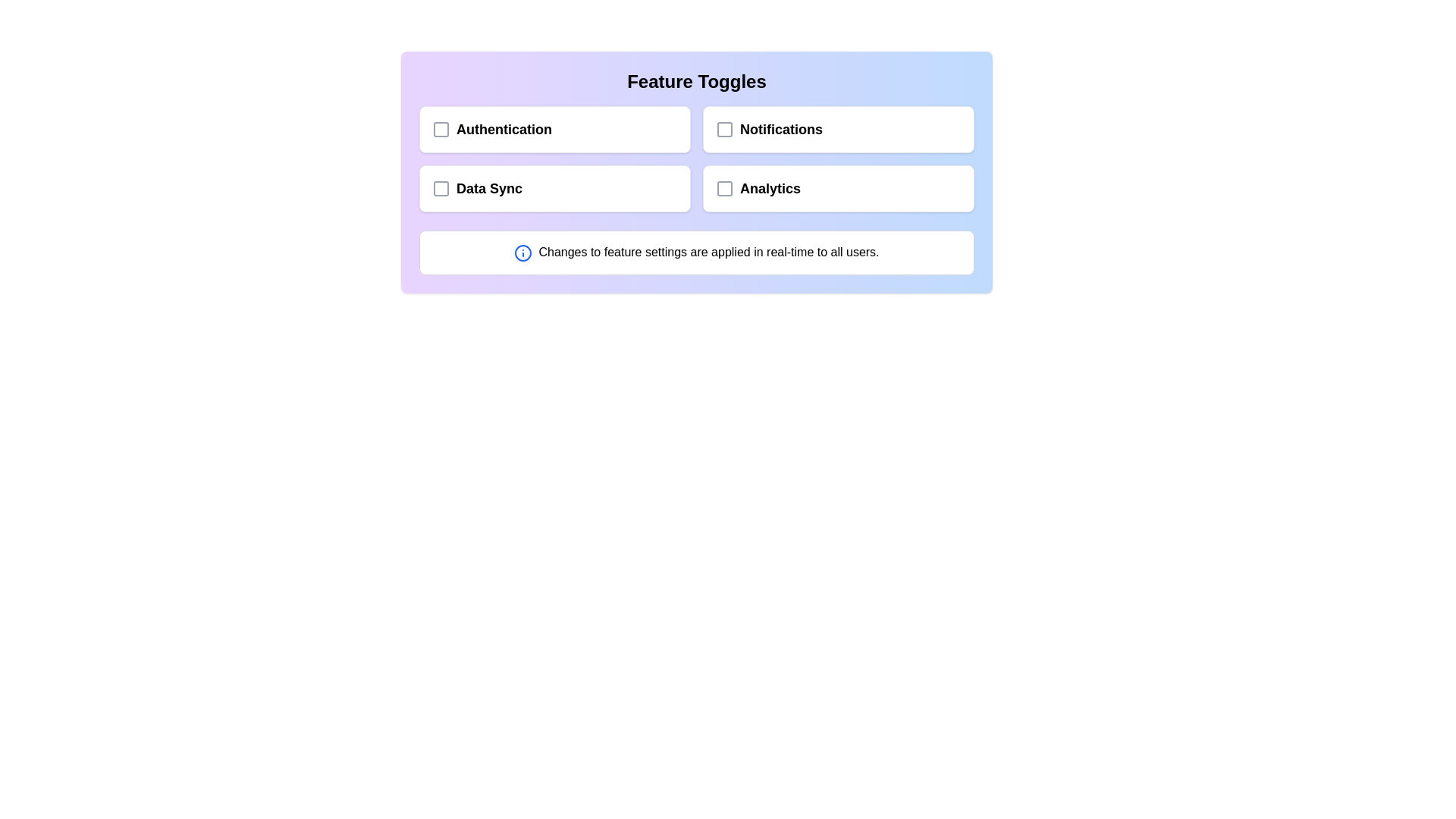  What do you see at coordinates (476, 188) in the screenshot?
I see `the 'Data Sync' checkbox located in the second position of the left column under 'Feature Toggles'` at bounding box center [476, 188].